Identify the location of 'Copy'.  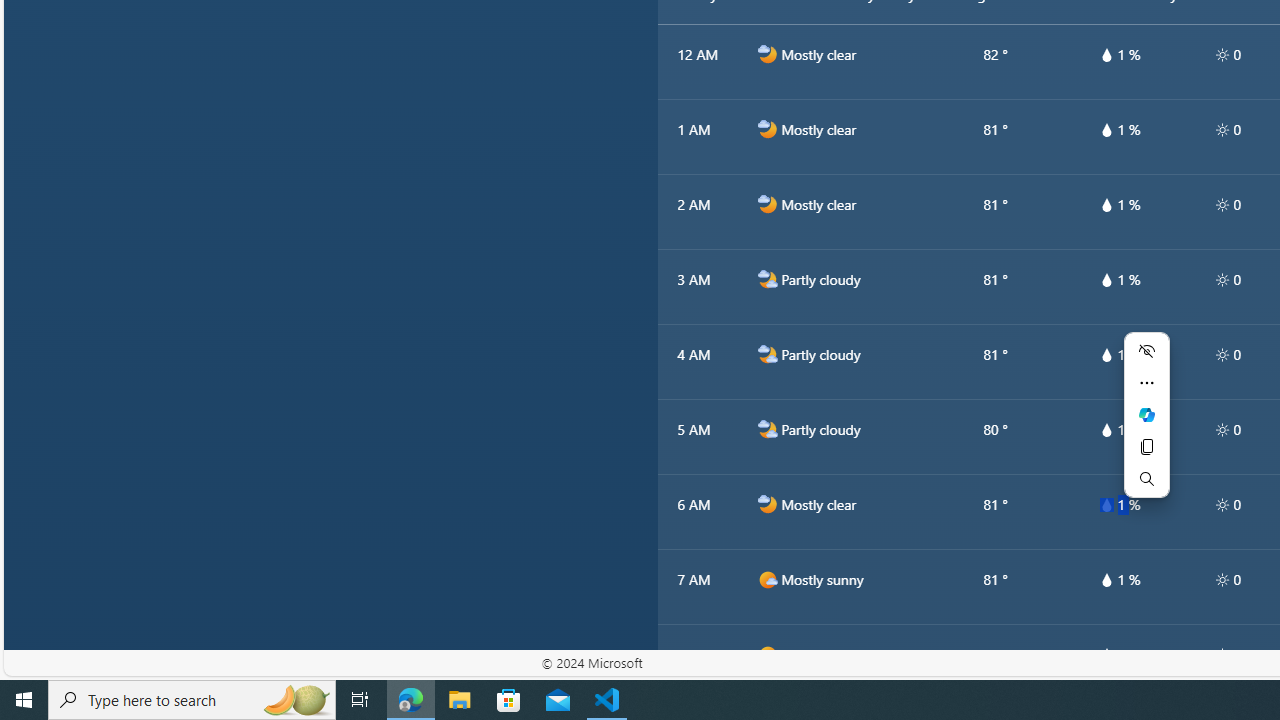
(1146, 446).